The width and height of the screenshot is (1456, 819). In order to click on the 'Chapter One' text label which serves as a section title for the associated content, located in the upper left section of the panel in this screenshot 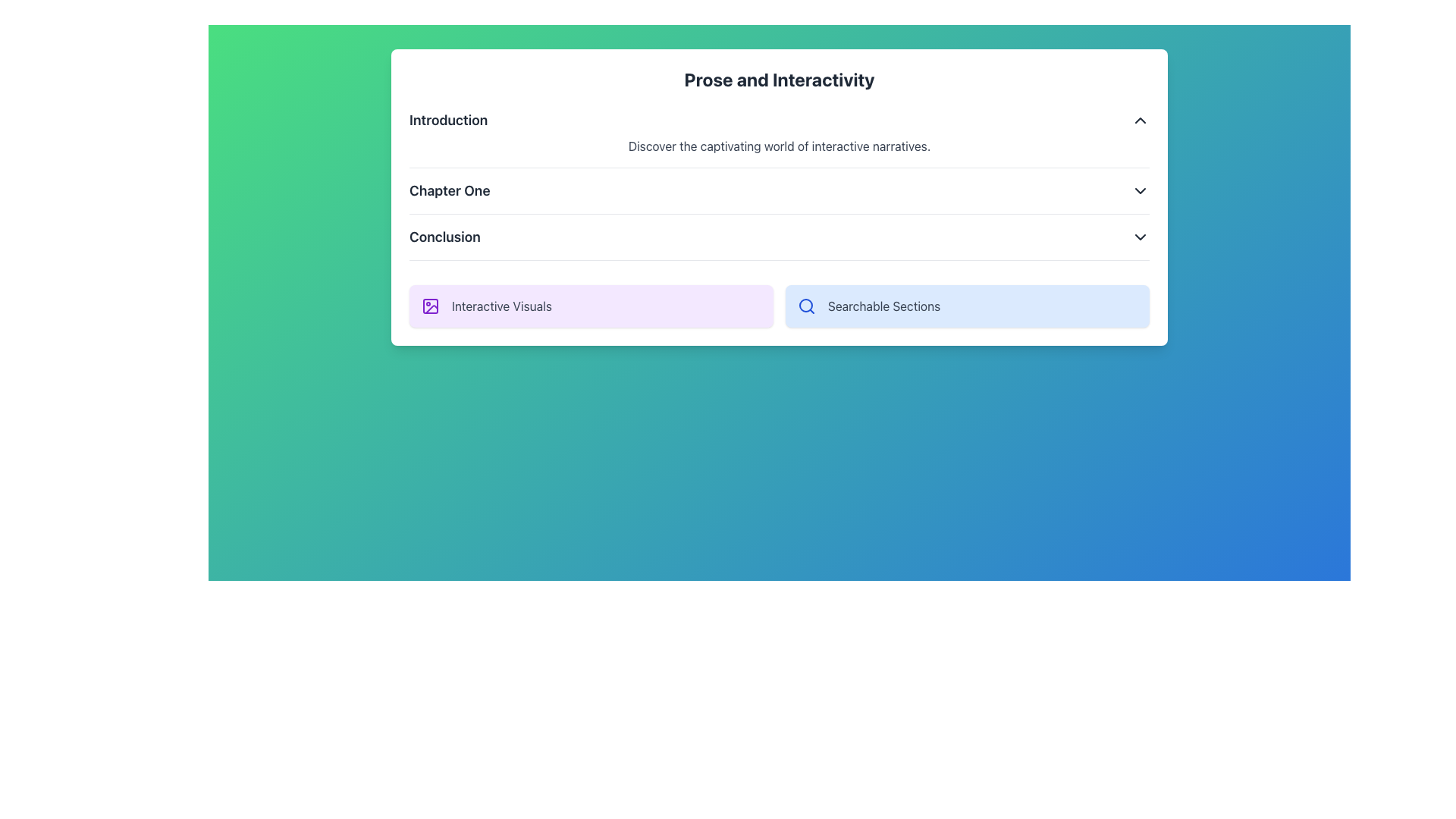, I will do `click(449, 190)`.